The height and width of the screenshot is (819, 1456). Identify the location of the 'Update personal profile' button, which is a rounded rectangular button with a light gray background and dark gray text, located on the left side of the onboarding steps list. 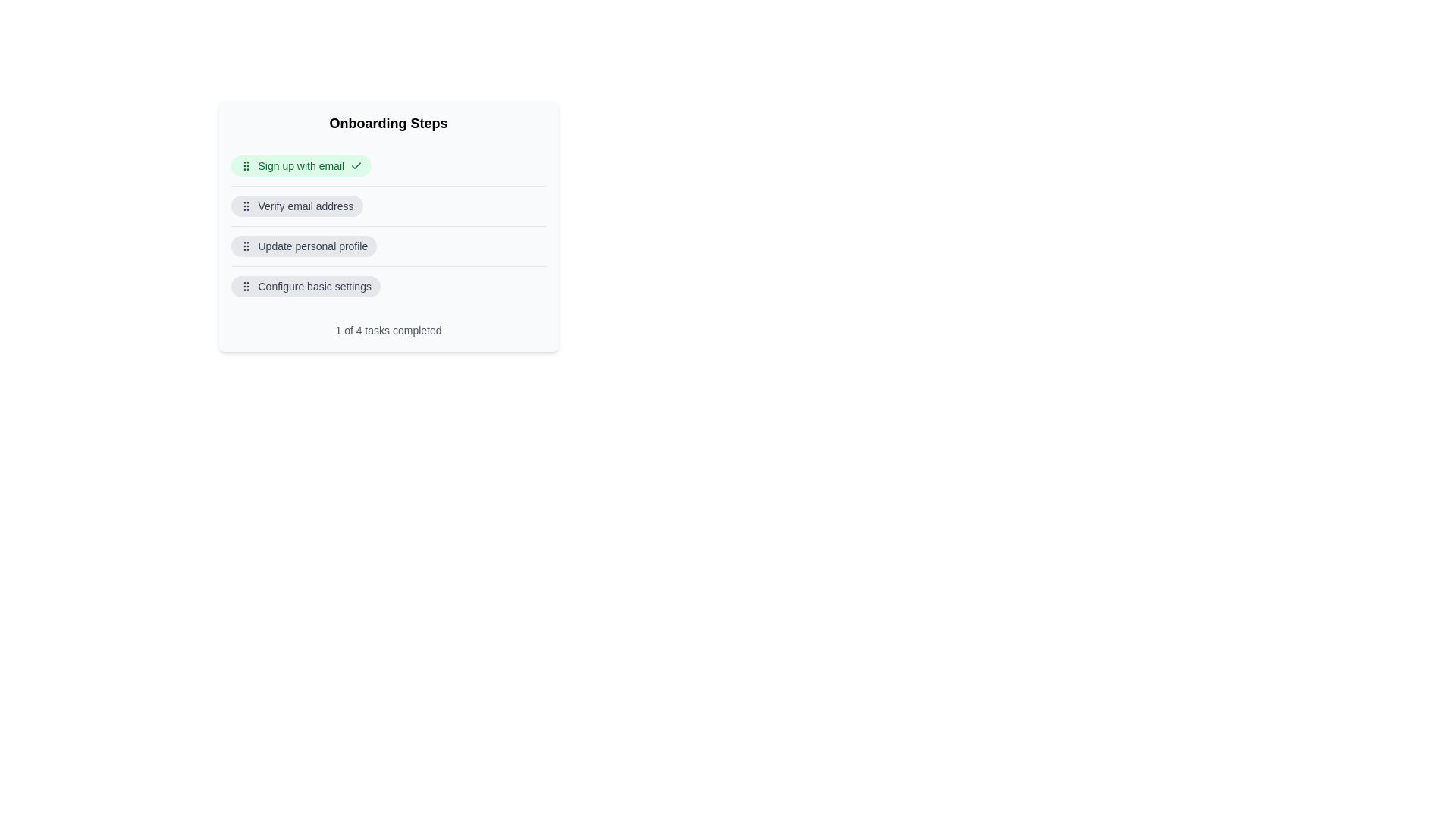
(303, 245).